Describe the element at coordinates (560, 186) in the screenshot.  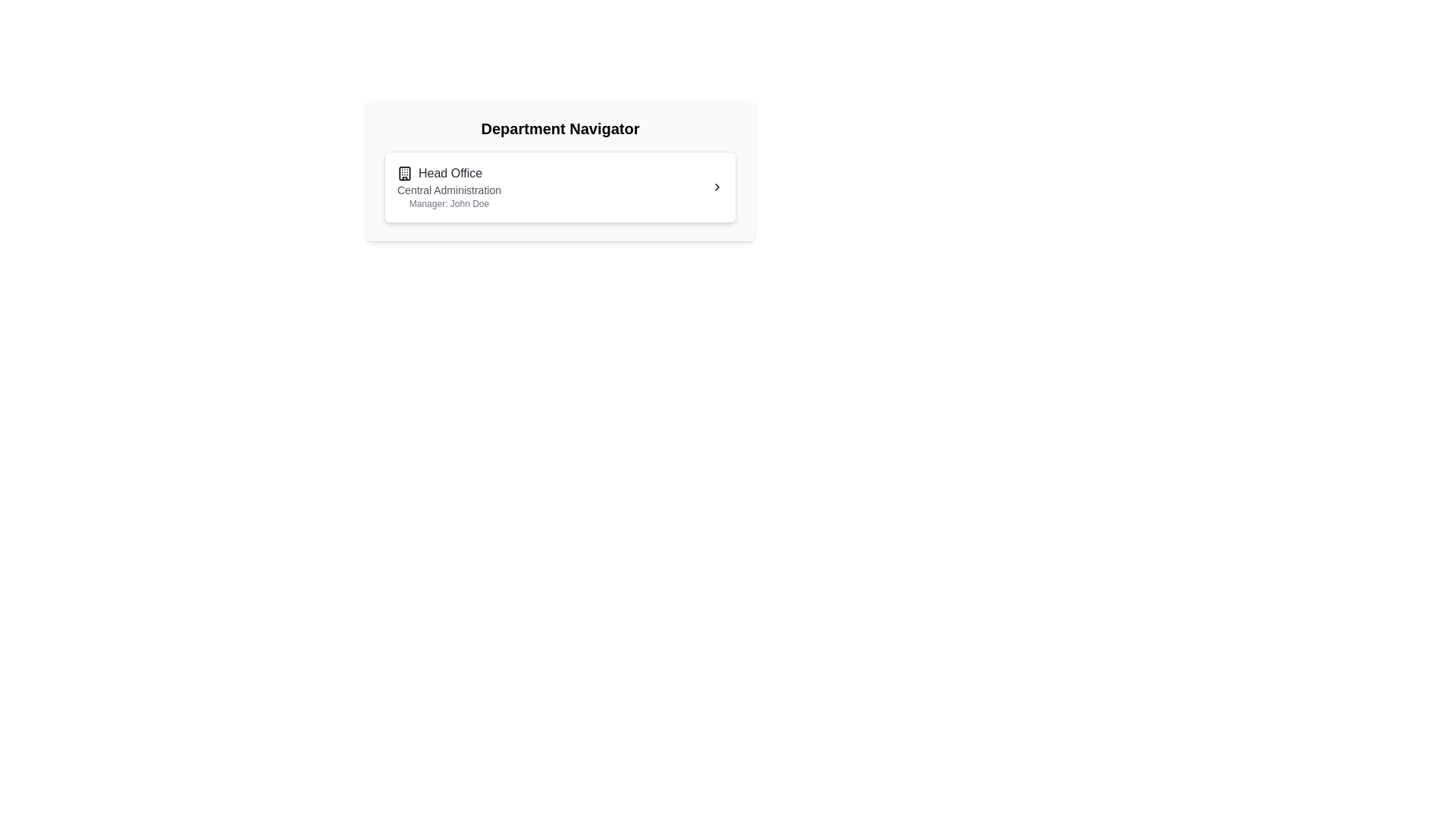
I see `the List item representing the 'Head Office' department, which is situated under the 'Department Navigator' title in the card layout` at that location.